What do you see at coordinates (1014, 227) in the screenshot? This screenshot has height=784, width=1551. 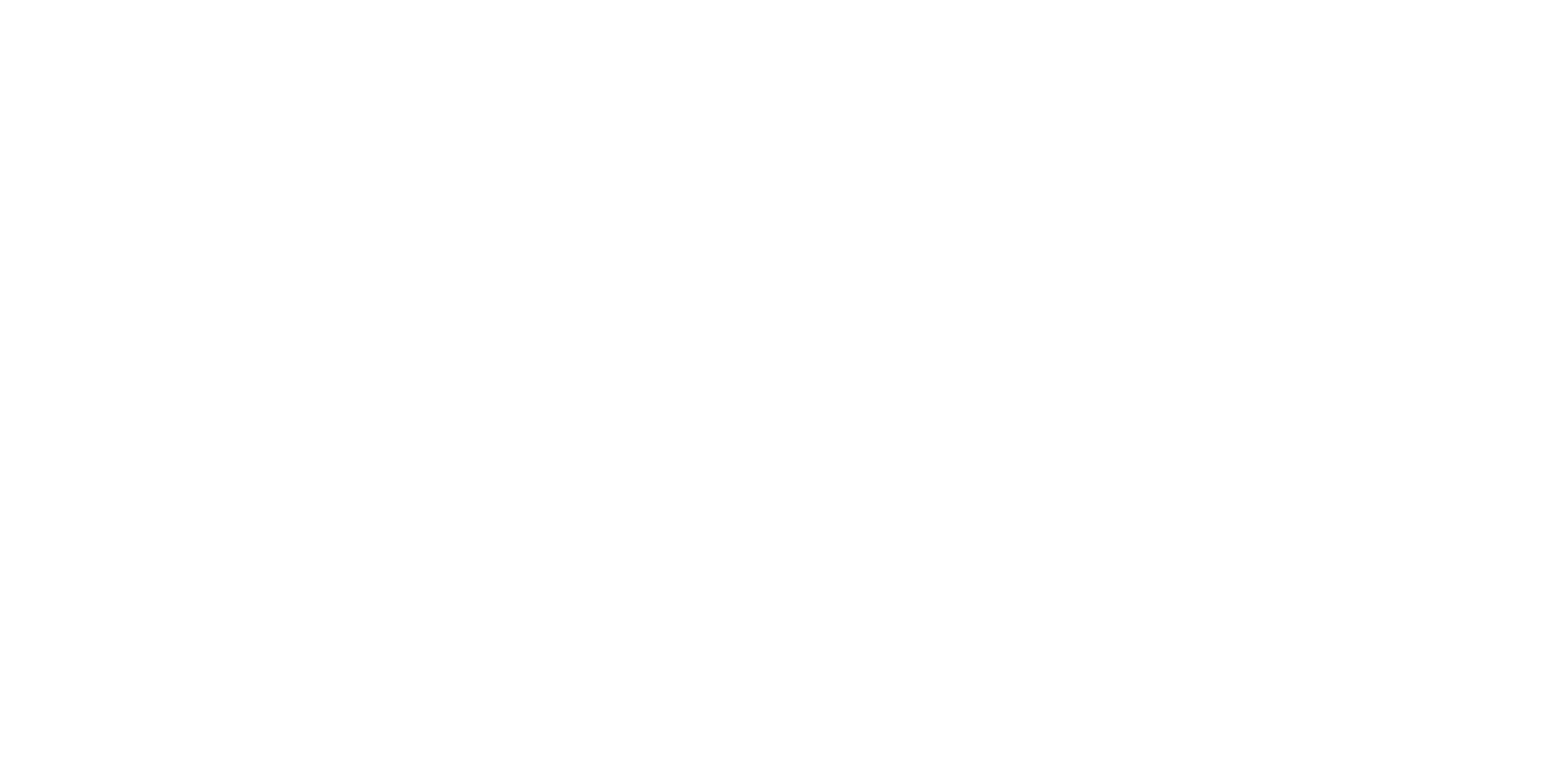 I see `'2015'` at bounding box center [1014, 227].